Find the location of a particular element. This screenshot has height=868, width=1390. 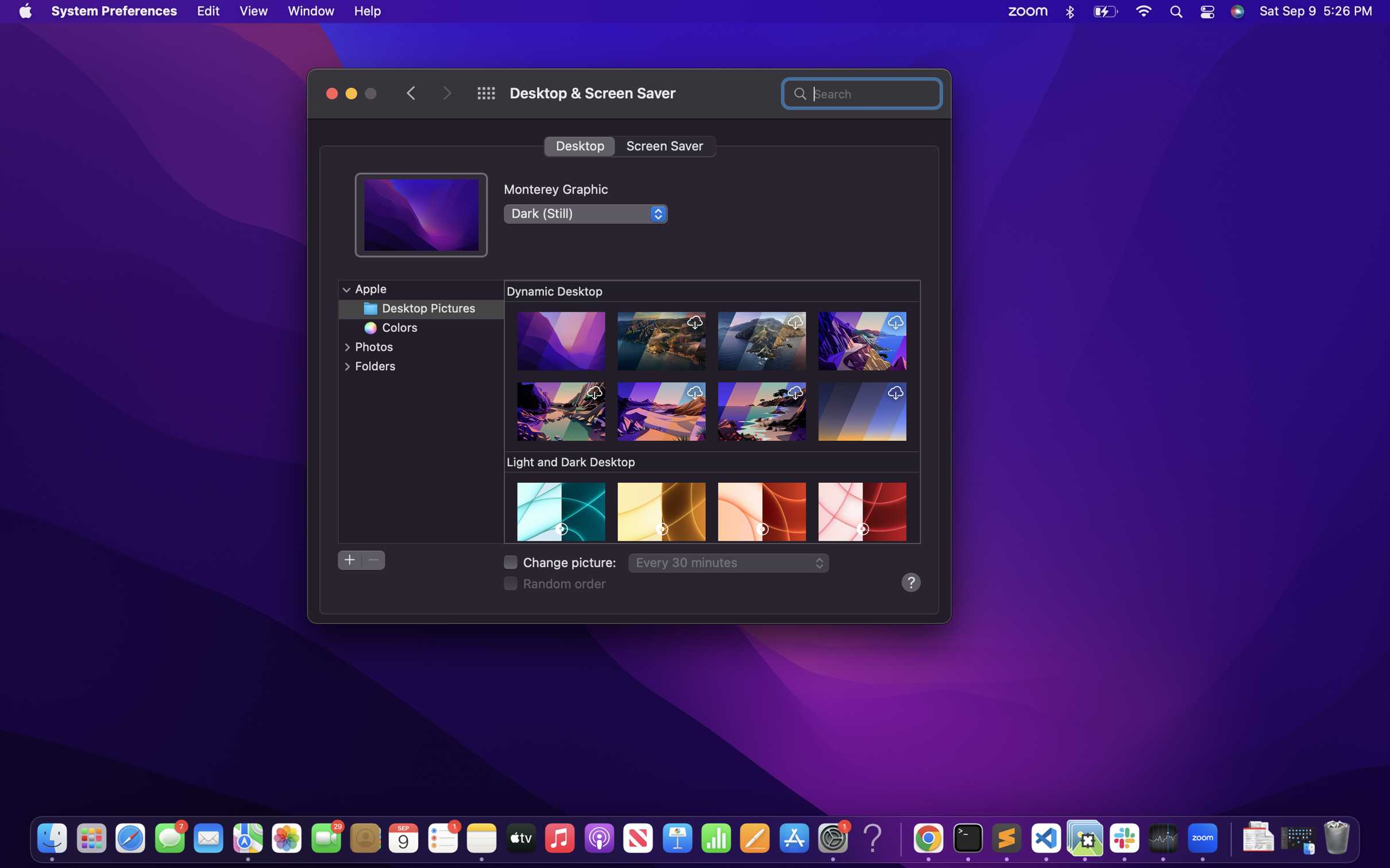

Traverse downwards in the active display is located at coordinates (713, 412).